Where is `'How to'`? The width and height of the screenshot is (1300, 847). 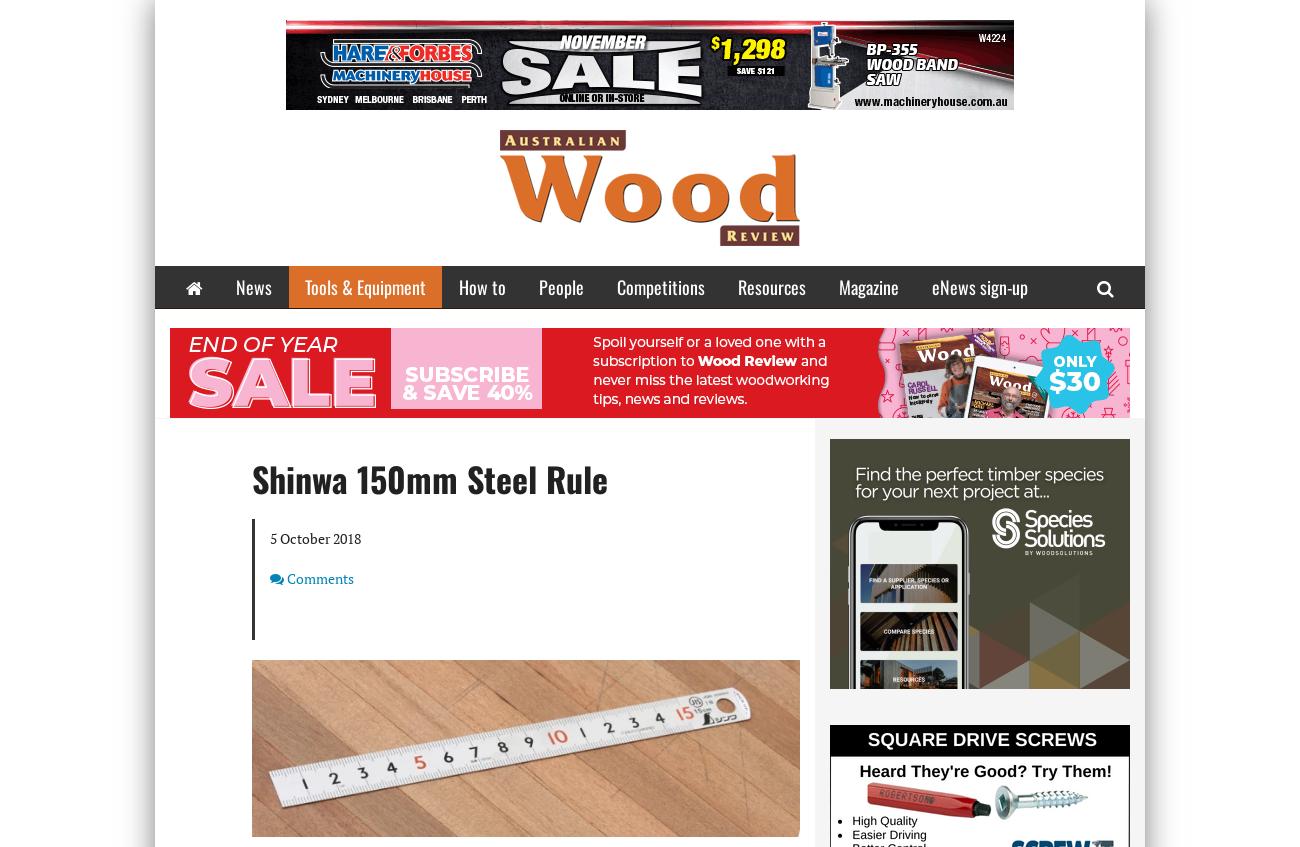
'How to' is located at coordinates (481, 285).